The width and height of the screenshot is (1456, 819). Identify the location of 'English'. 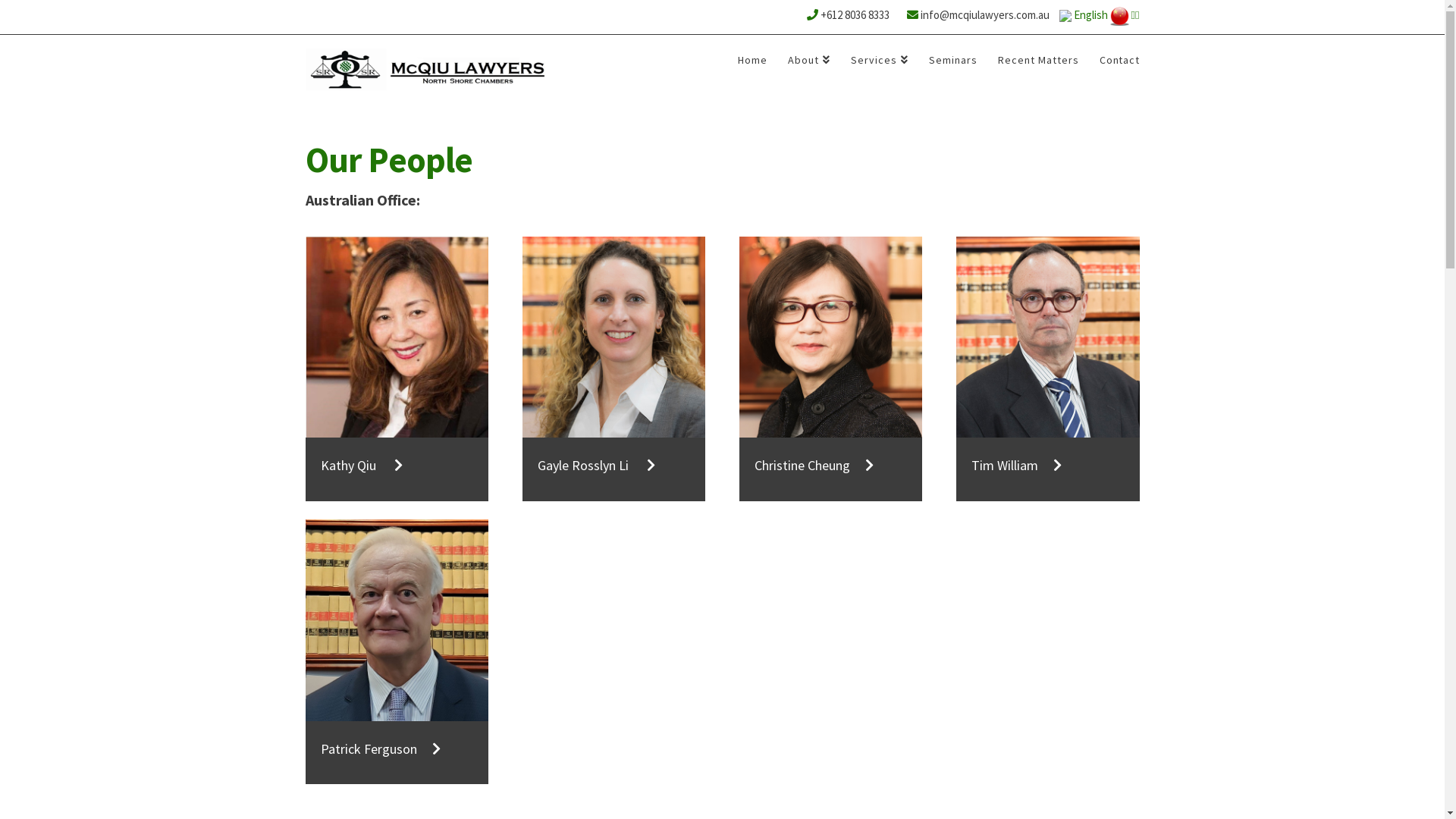
(1058, 14).